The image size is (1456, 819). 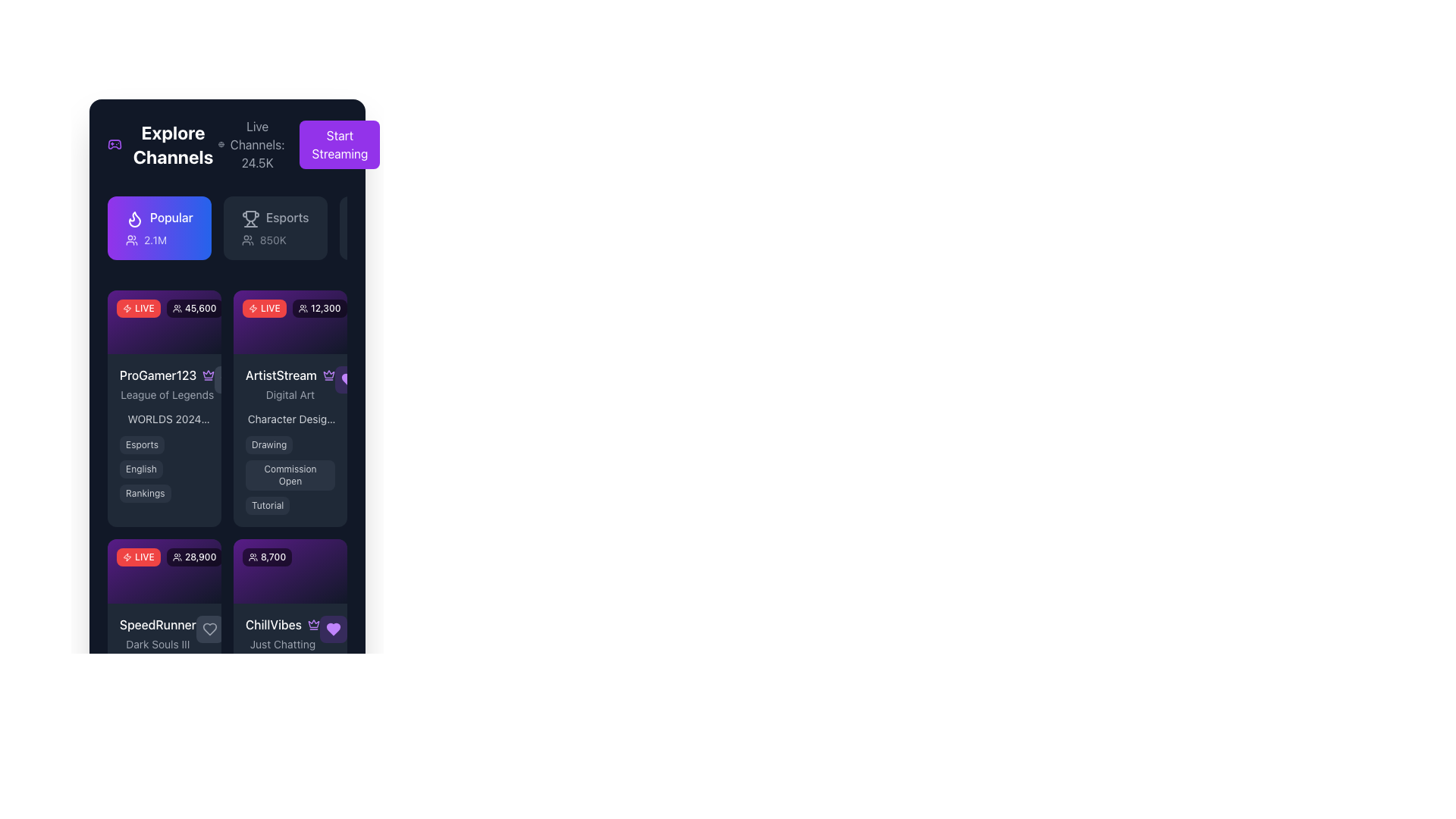 What do you see at coordinates (159, 239) in the screenshot?
I see `the static text label displaying '2.1M' which is located at the bottom of the 'Popular' button, aligned to the left side, below a flame icon` at bounding box center [159, 239].